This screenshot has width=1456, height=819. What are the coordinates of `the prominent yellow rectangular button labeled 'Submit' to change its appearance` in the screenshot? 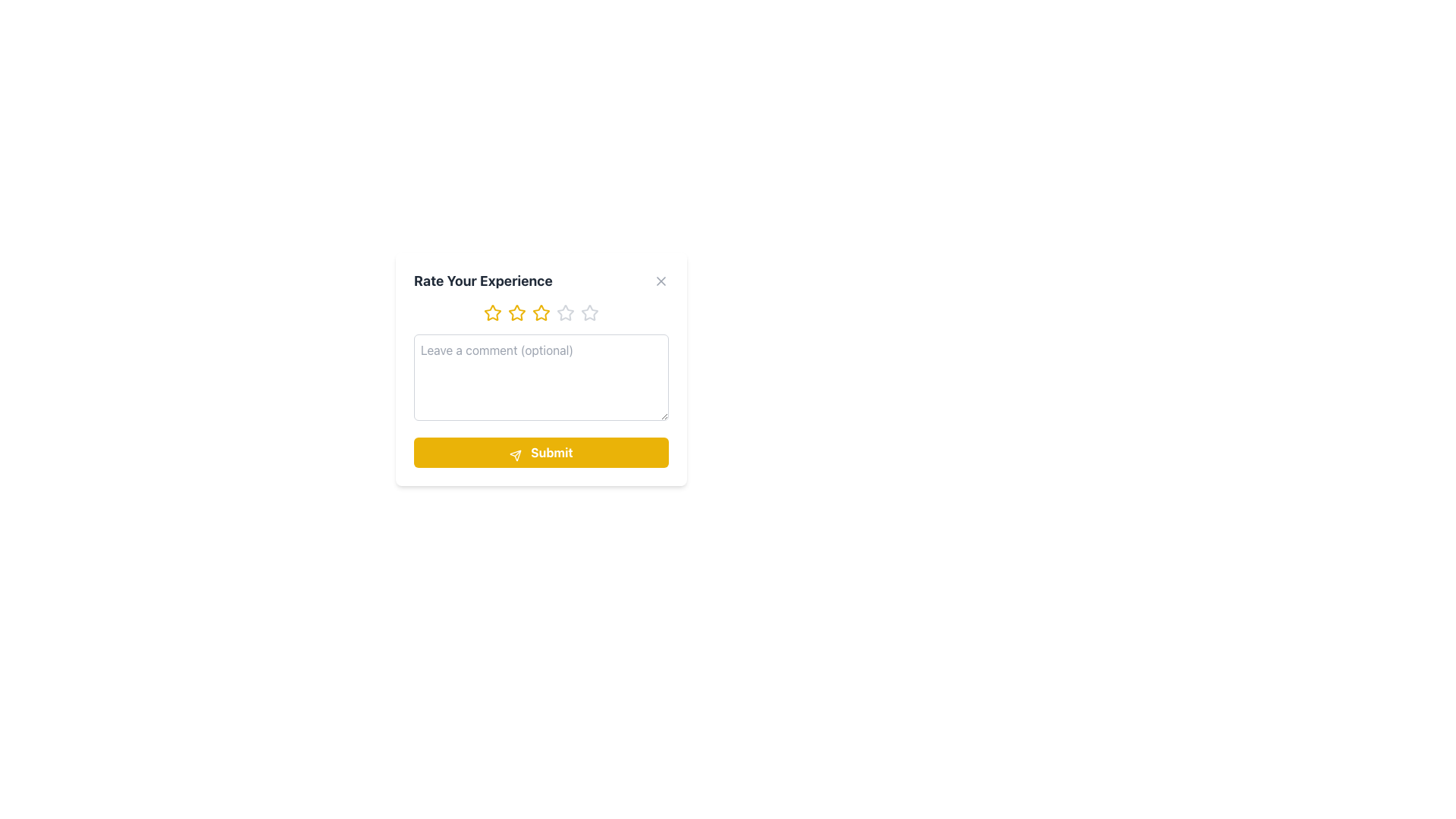 It's located at (541, 452).